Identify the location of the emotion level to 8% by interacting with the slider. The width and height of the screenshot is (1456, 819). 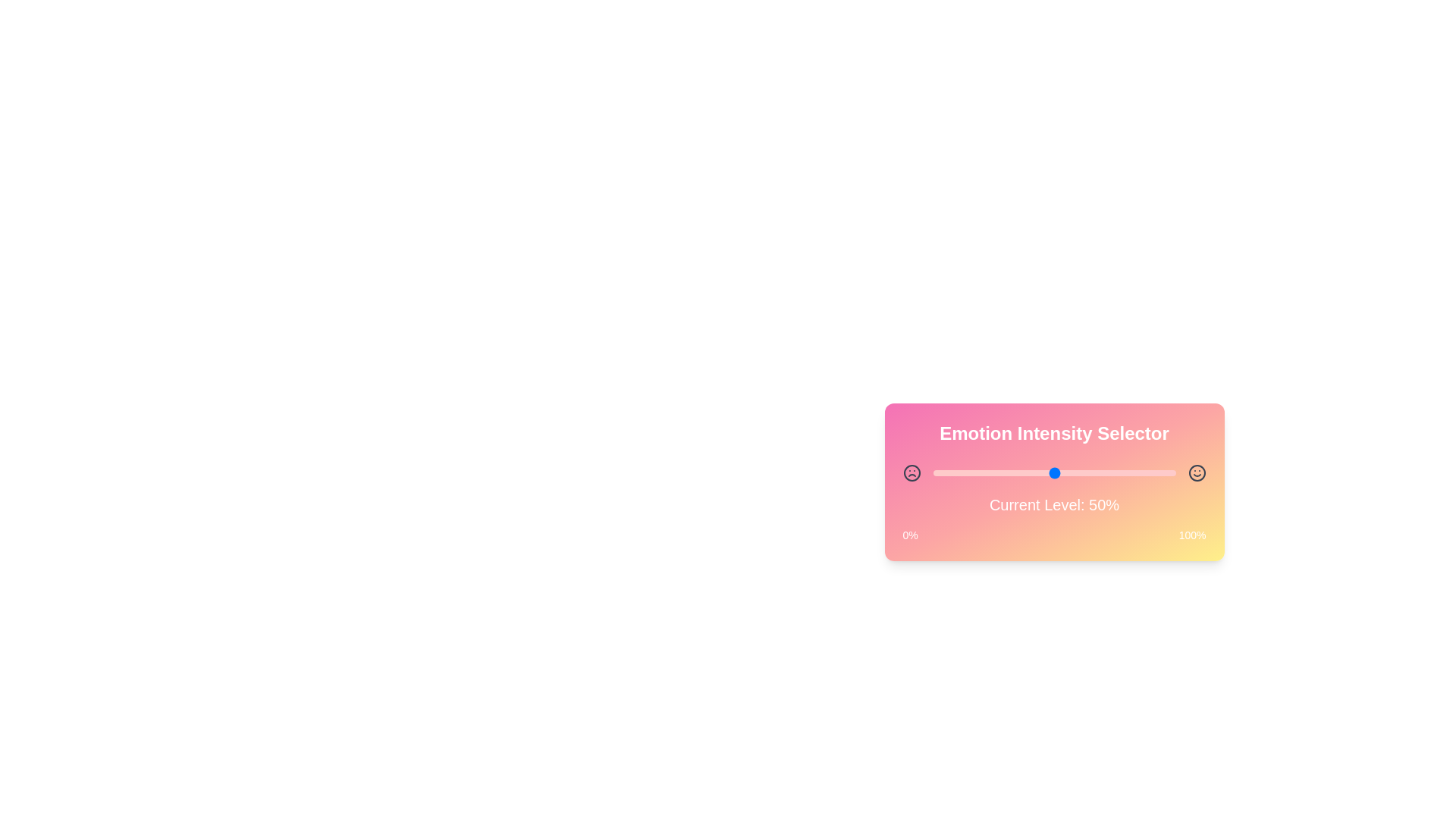
(952, 472).